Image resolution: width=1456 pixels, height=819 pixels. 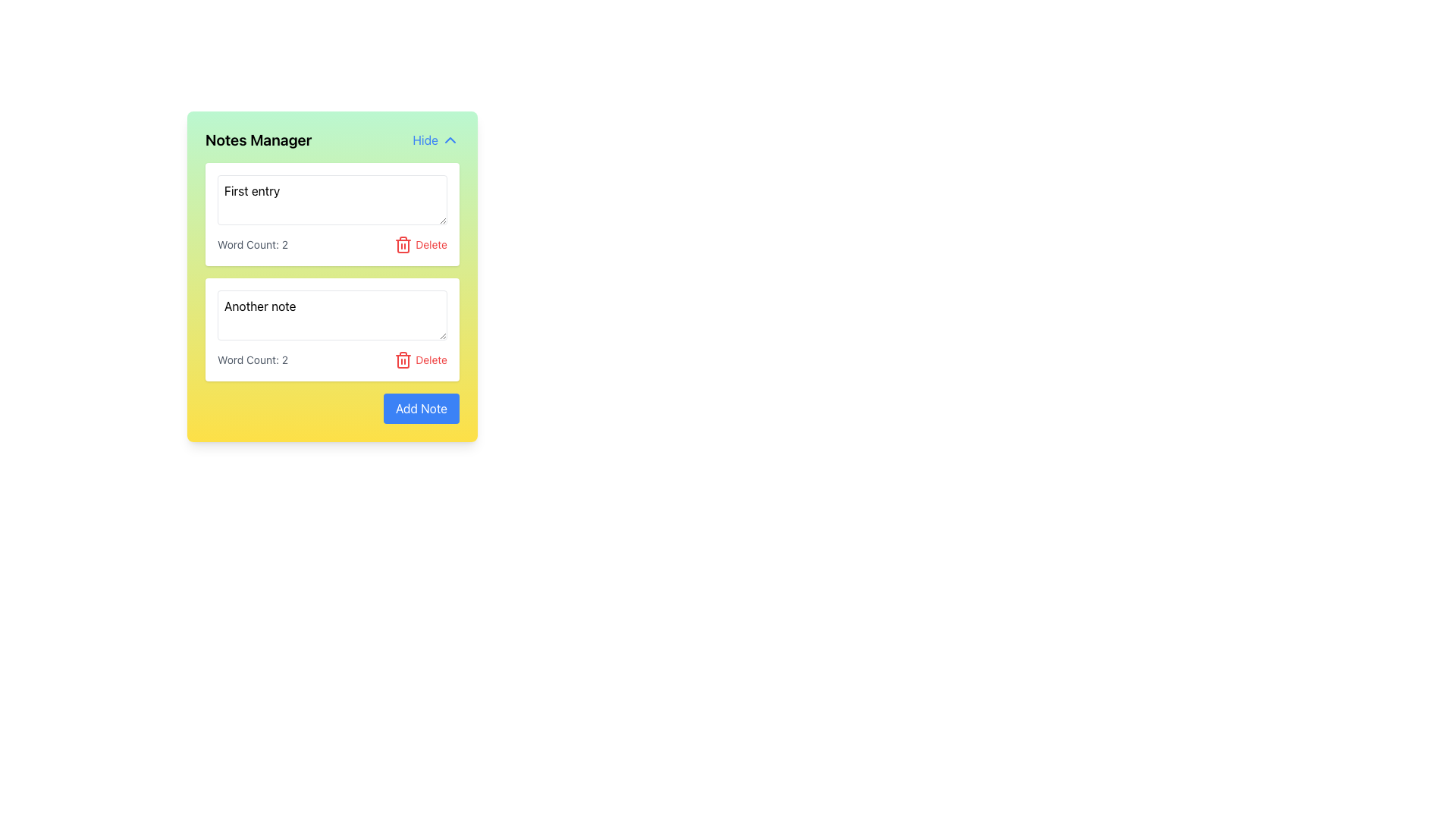 What do you see at coordinates (253, 244) in the screenshot?
I see `the Text Display element that shows the number of words in the associated note, located below the first text input in the 'Notes Manager' section and left of the 'Delete' button` at bounding box center [253, 244].